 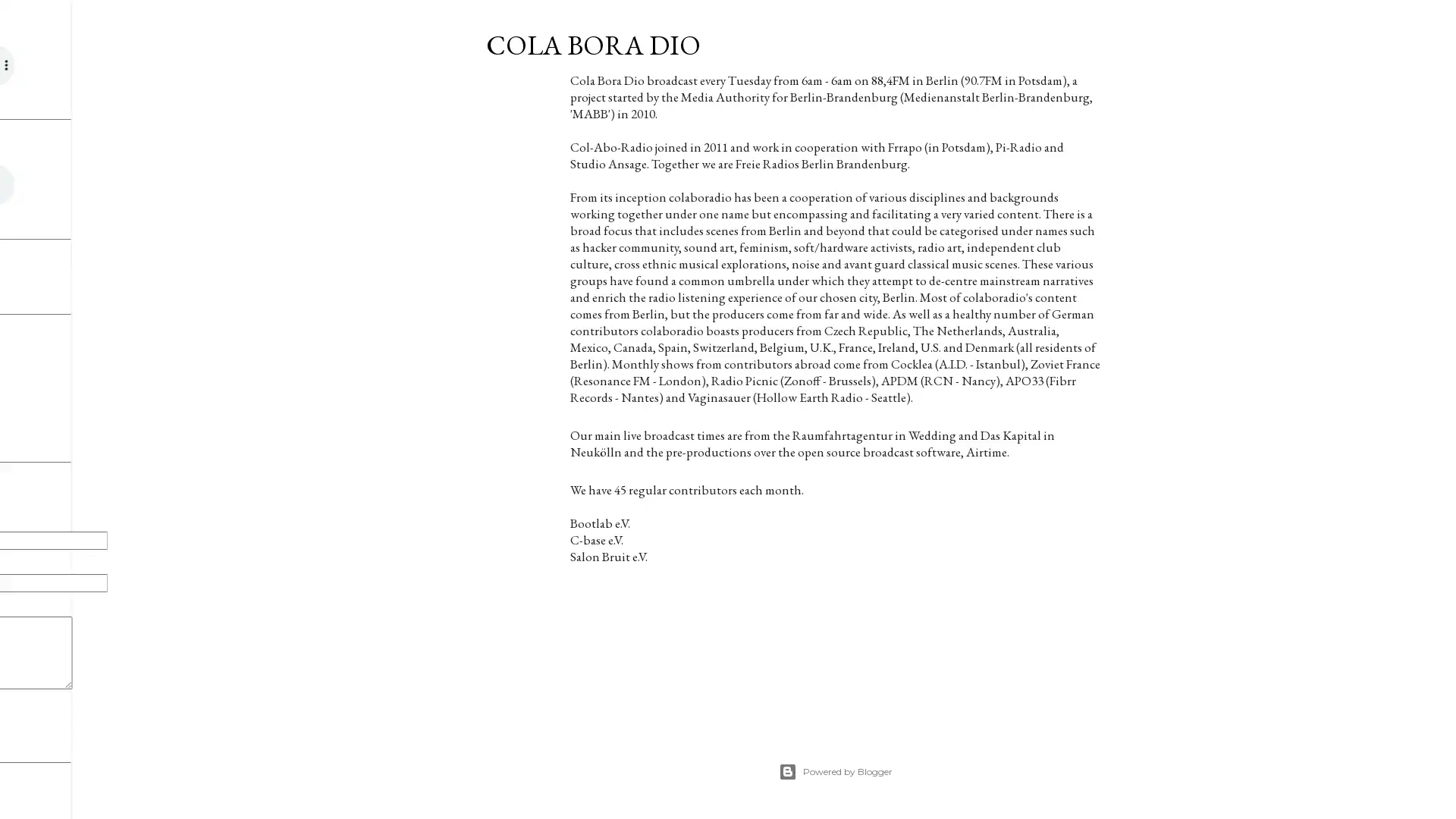 What do you see at coordinates (50, 711) in the screenshot?
I see `Send` at bounding box center [50, 711].